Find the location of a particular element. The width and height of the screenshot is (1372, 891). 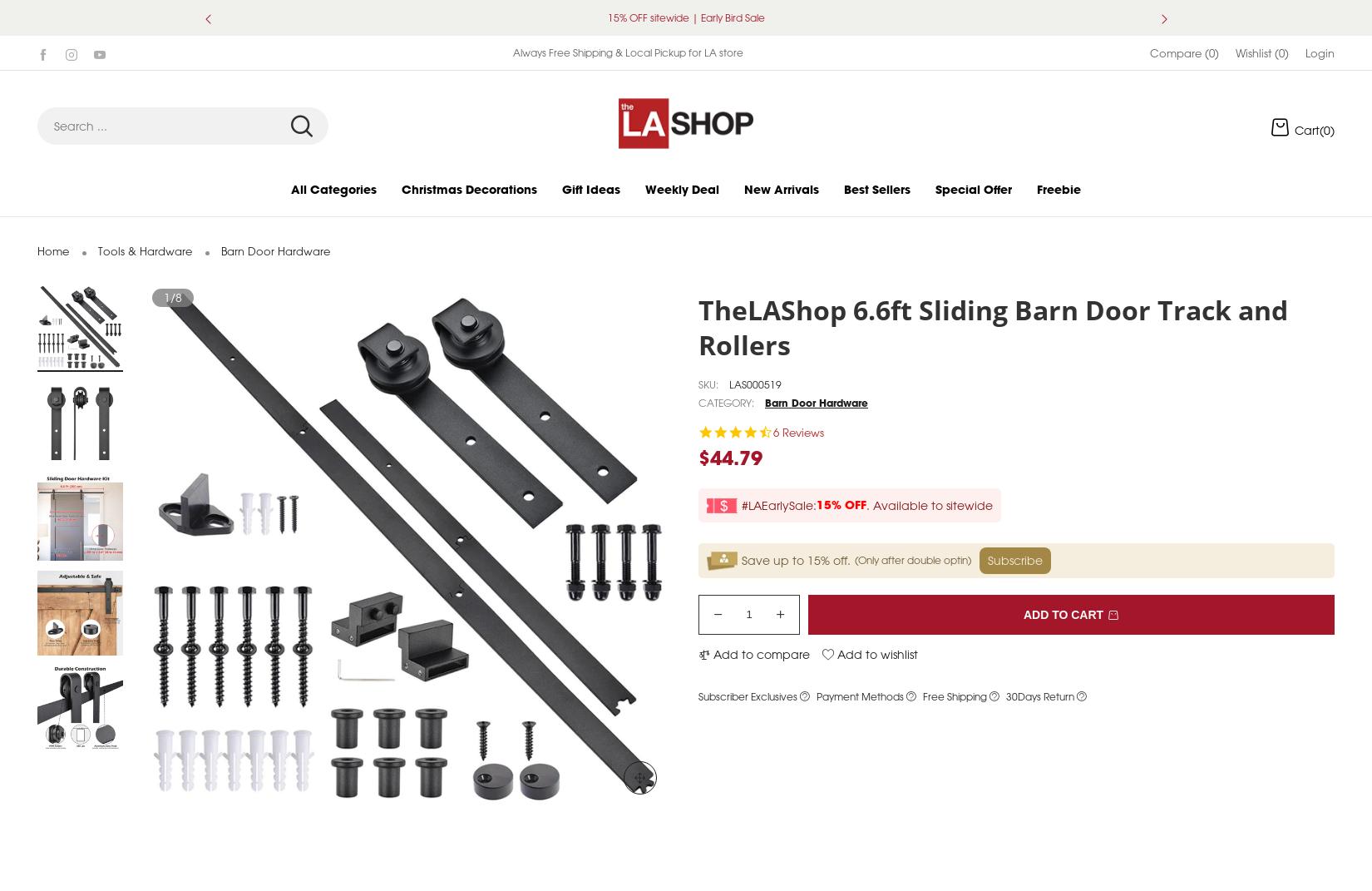

'Special Offer' is located at coordinates (974, 207).